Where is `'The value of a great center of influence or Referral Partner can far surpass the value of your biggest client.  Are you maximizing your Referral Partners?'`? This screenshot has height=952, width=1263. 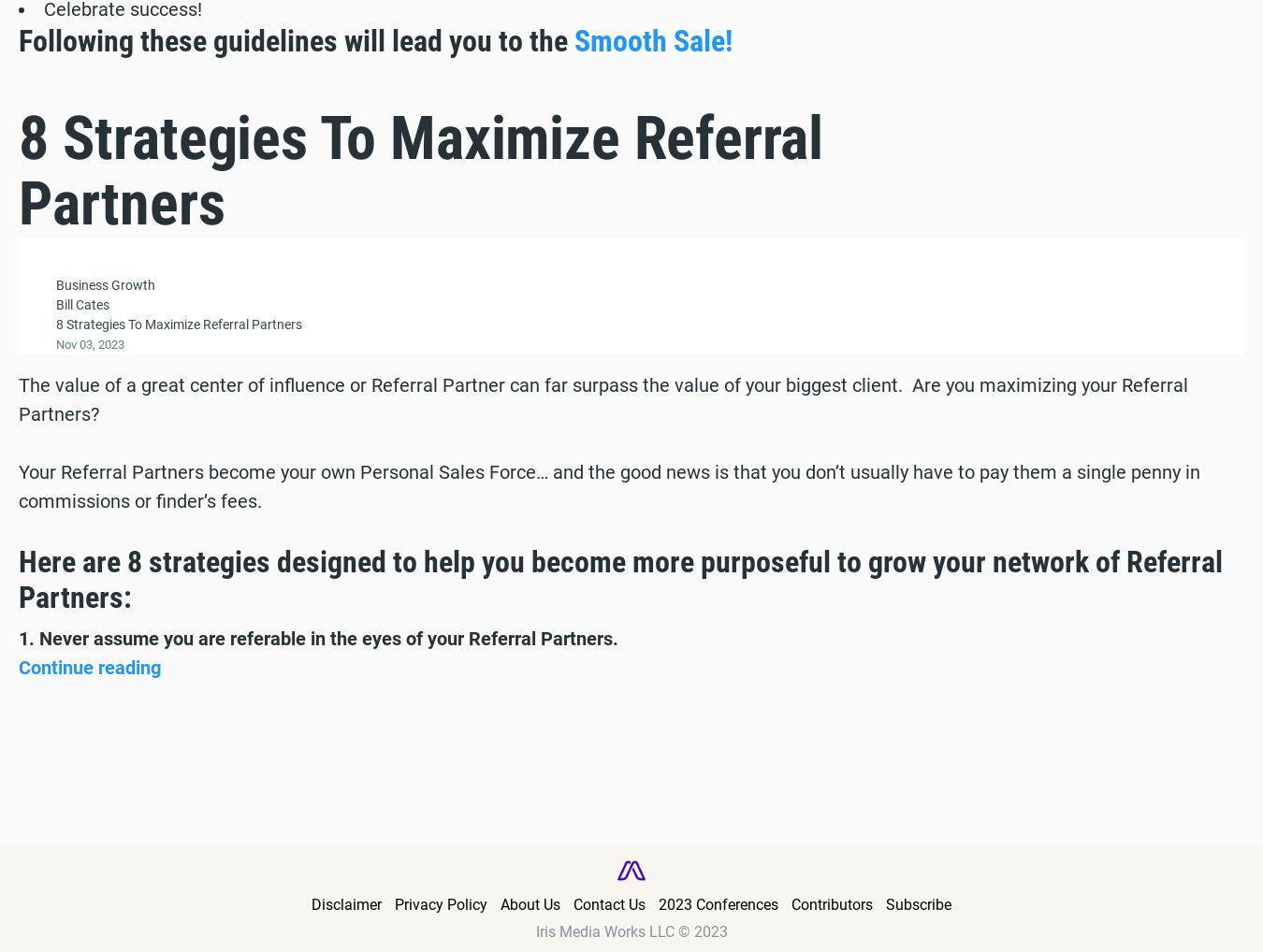
'The value of a great center of influence or Referral Partner can far surpass the value of your biggest client.  Are you maximizing your Referral Partners?' is located at coordinates (603, 397).